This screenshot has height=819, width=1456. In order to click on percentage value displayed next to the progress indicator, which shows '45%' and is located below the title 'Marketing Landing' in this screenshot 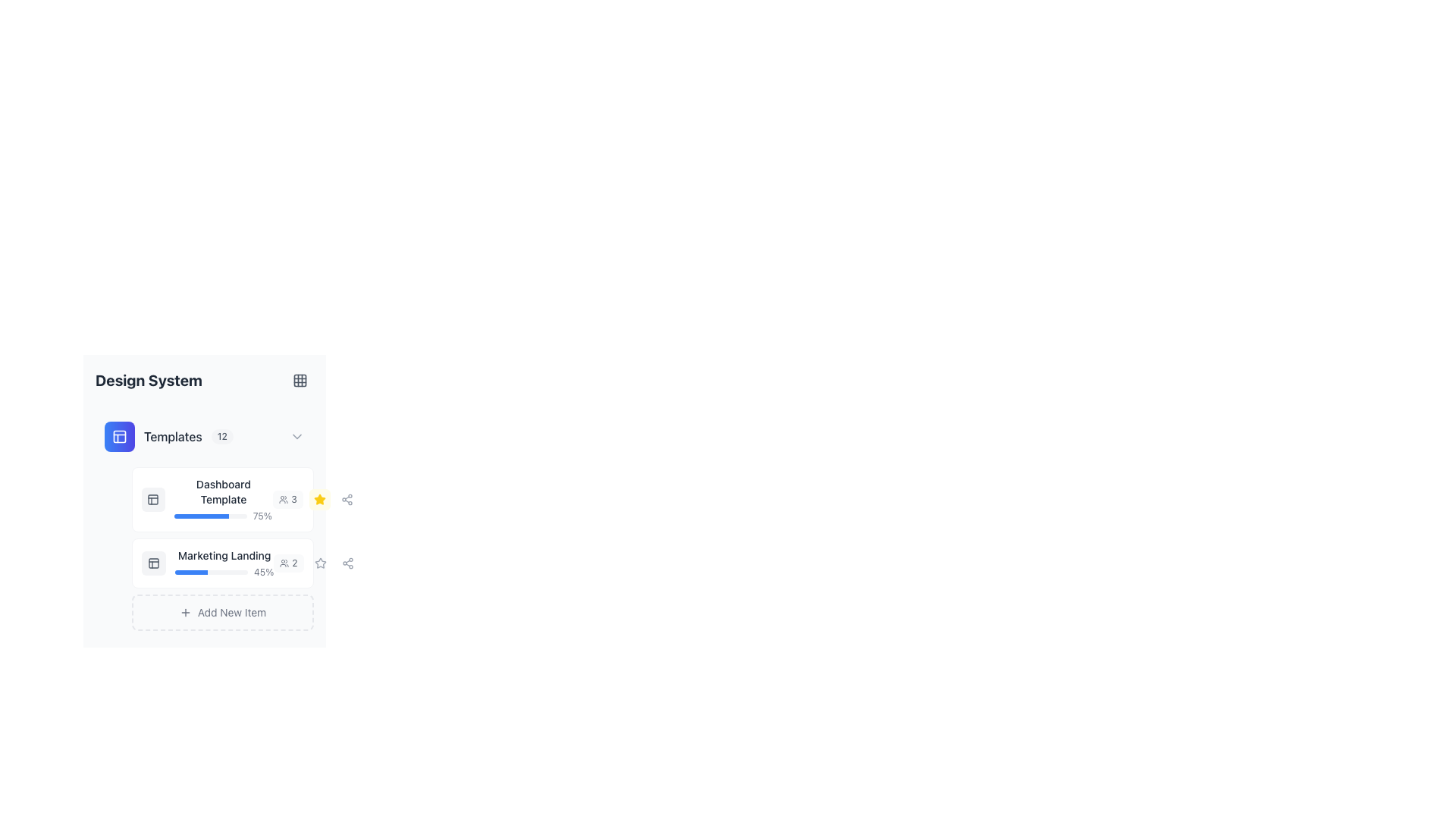, I will do `click(224, 573)`.